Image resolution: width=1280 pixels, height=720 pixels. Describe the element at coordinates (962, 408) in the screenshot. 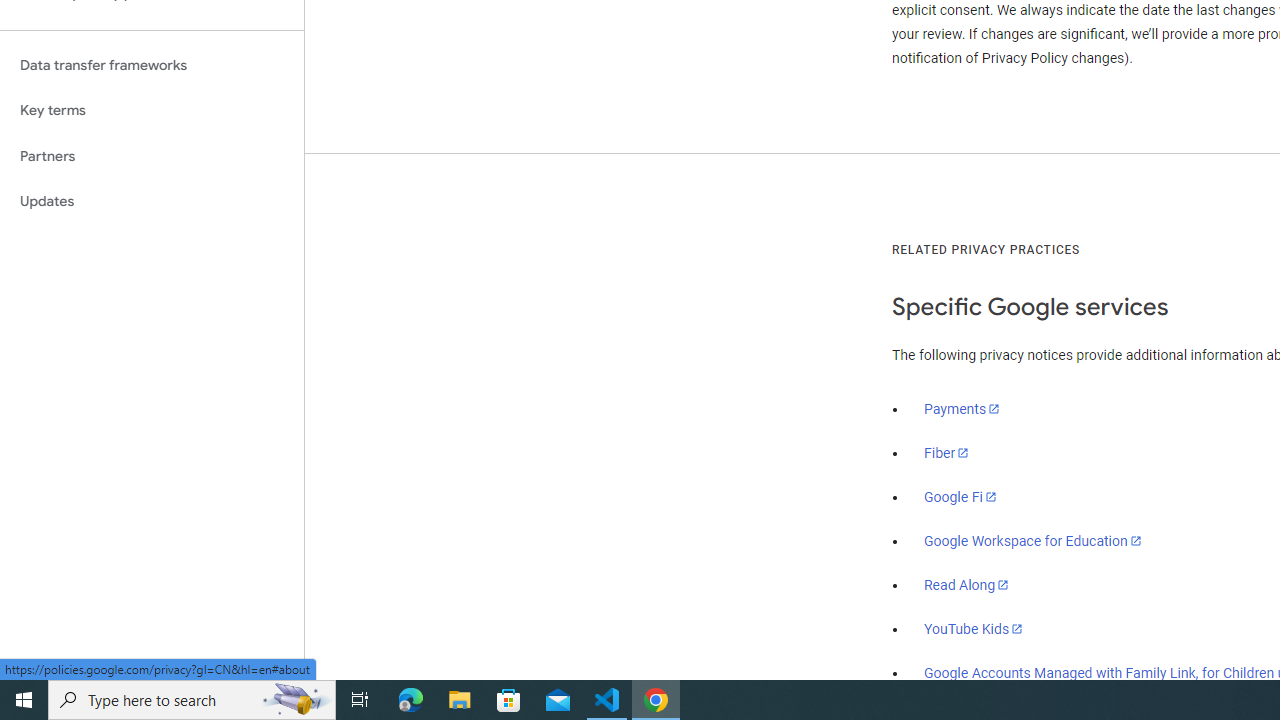

I see `'Payments'` at that location.